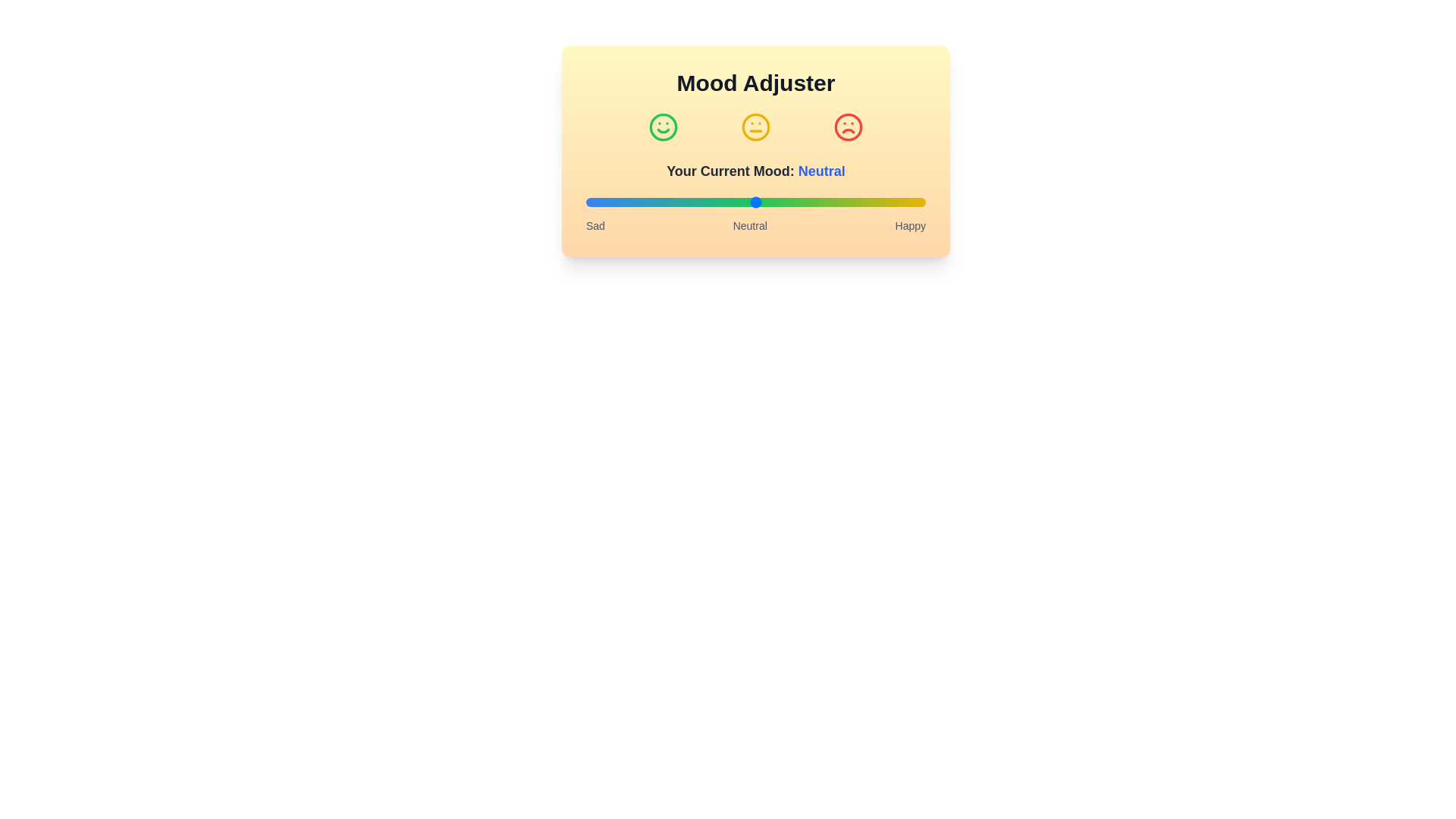 Image resolution: width=1456 pixels, height=819 pixels. Describe the element at coordinates (878, 201) in the screenshot. I see `the mood slider to the desired level 86` at that location.